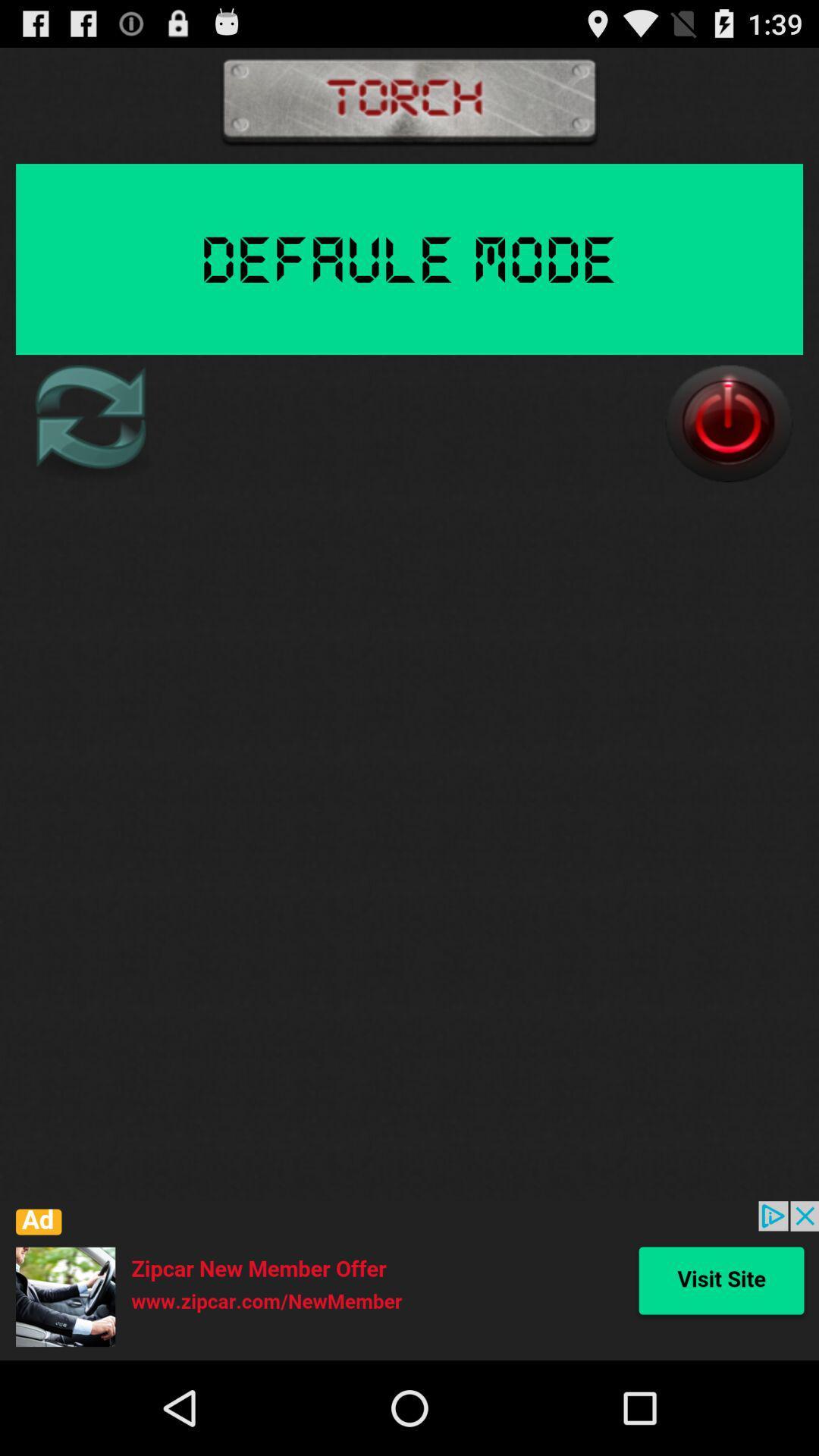 Image resolution: width=819 pixels, height=1456 pixels. Describe the element at coordinates (89, 453) in the screenshot. I see `the refresh icon` at that location.